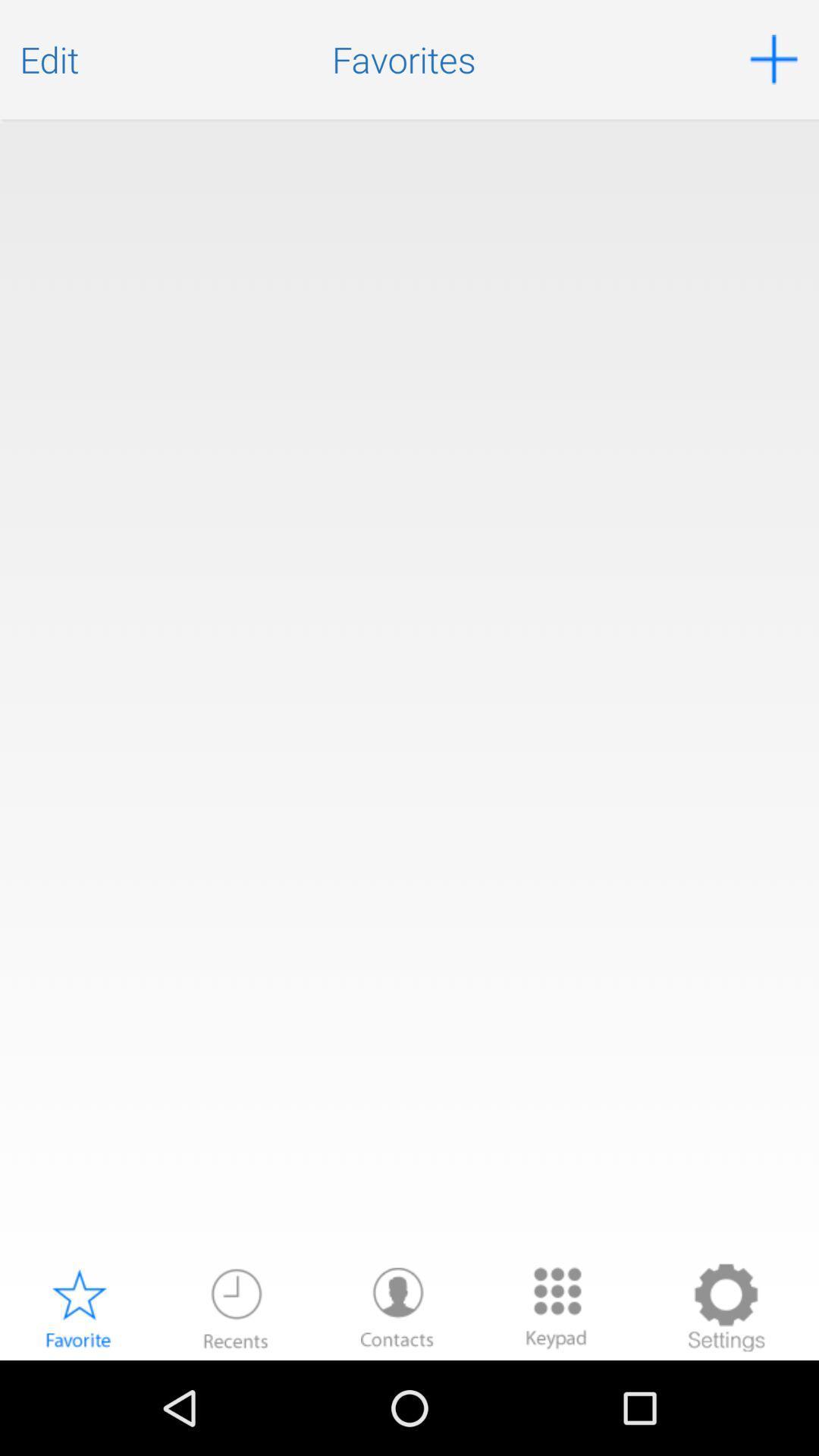 Image resolution: width=819 pixels, height=1456 pixels. What do you see at coordinates (725, 1307) in the screenshot?
I see `adjust settings` at bounding box center [725, 1307].